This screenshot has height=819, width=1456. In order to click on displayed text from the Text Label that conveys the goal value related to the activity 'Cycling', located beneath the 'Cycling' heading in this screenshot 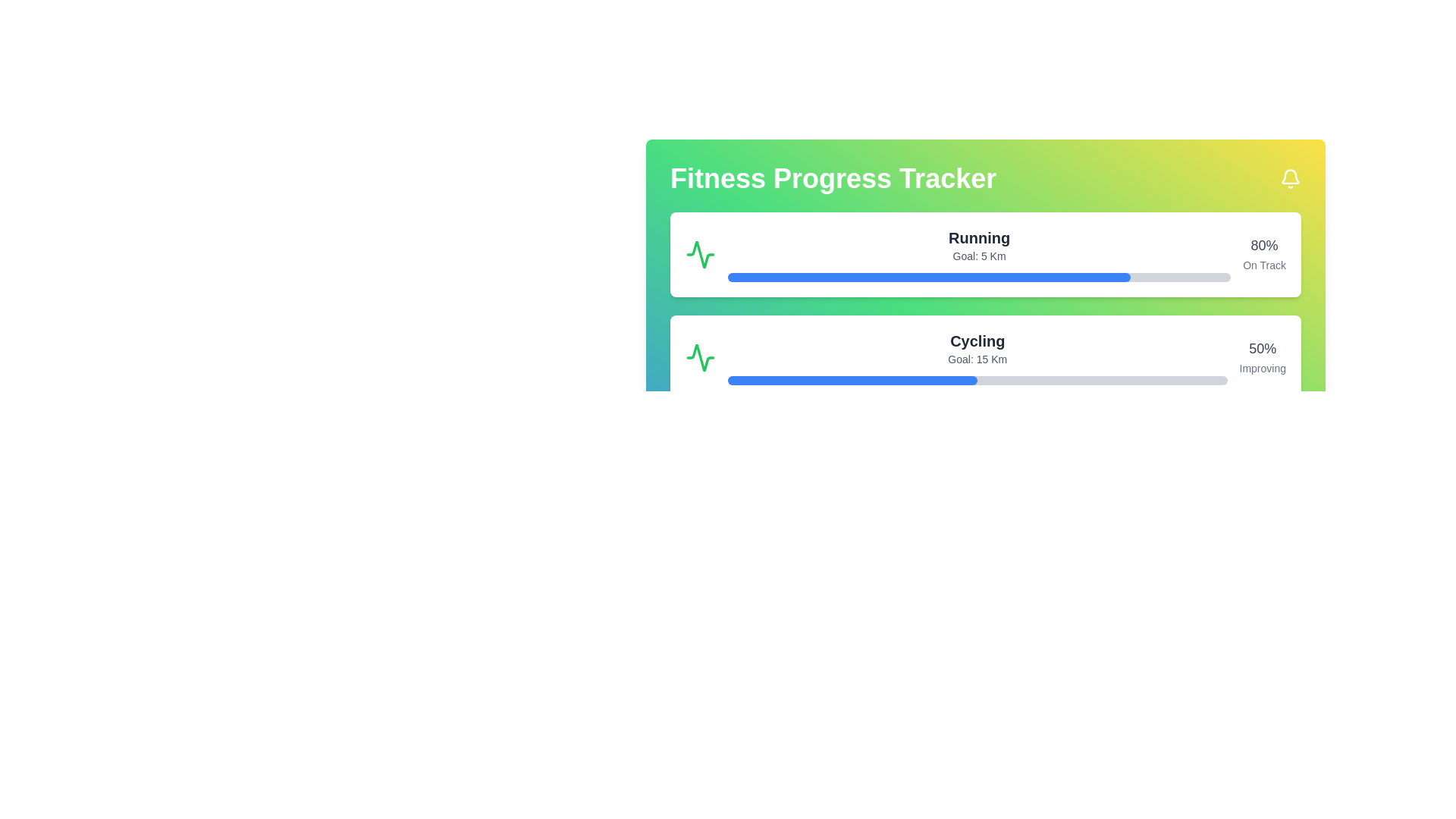, I will do `click(977, 359)`.